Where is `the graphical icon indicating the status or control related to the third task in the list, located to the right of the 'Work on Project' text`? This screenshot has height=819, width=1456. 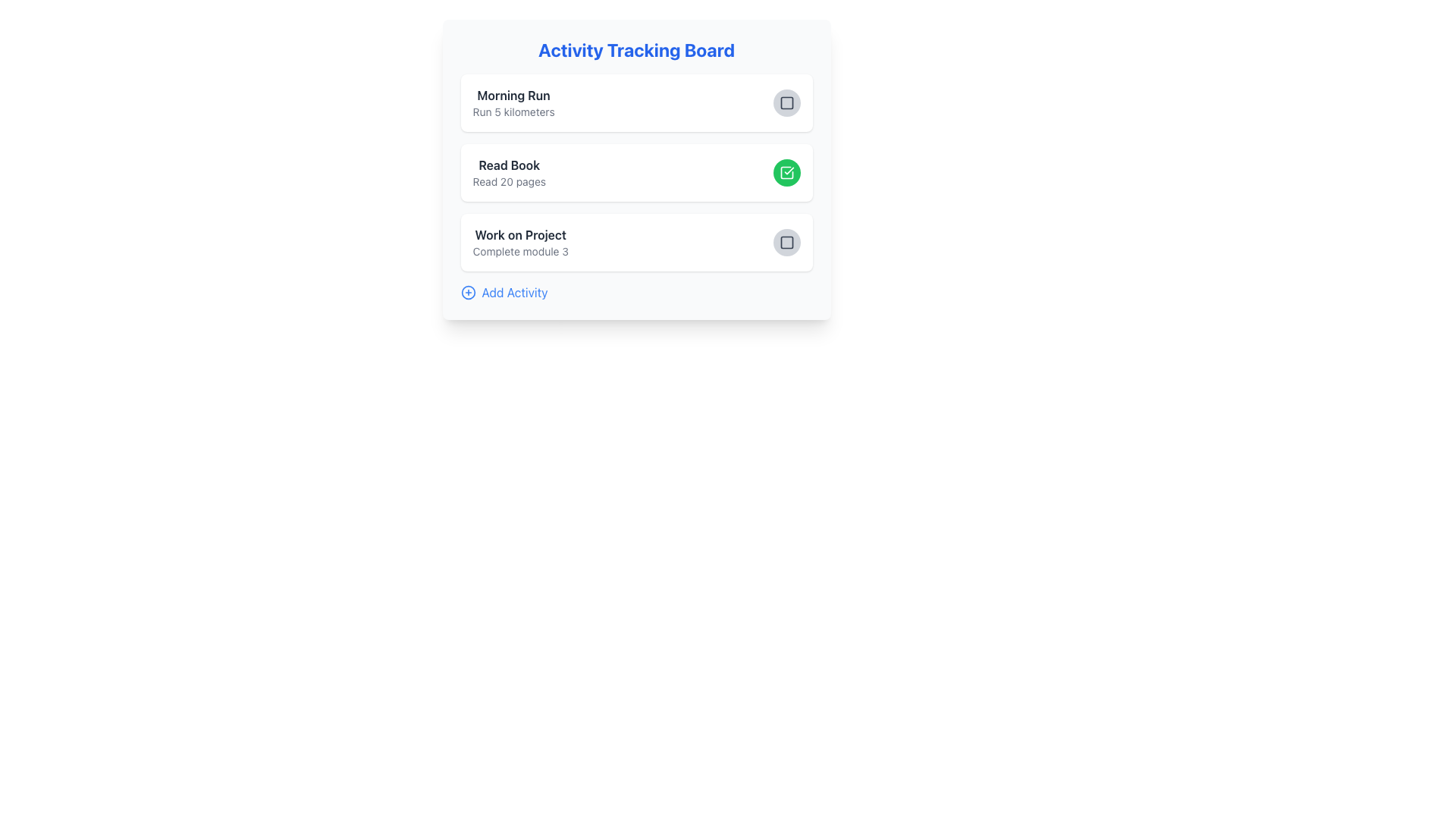 the graphical icon indicating the status or control related to the third task in the list, located to the right of the 'Work on Project' text is located at coordinates (786, 242).